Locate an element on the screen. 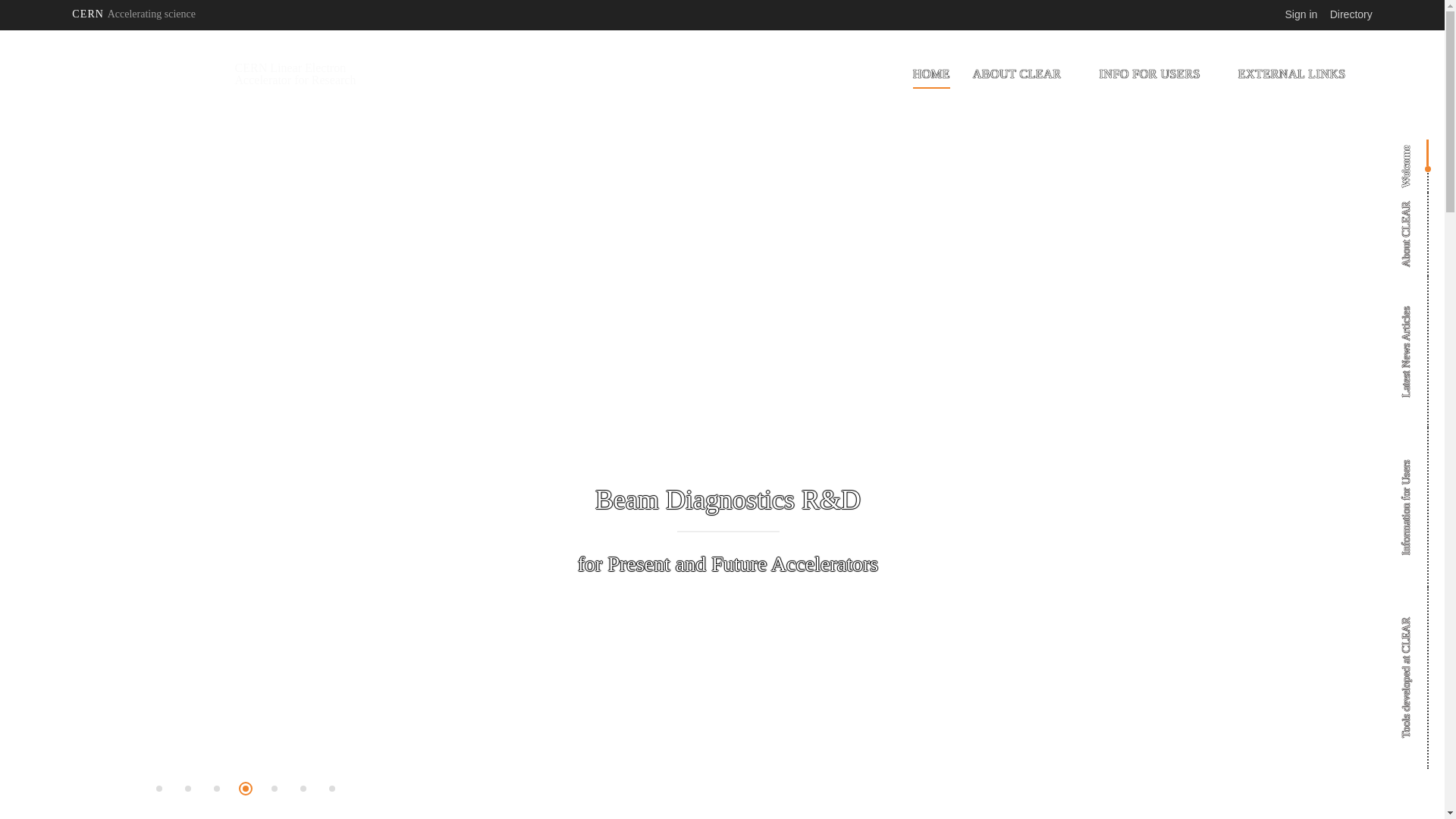 This screenshot has height=819, width=1456. 'Directory' is located at coordinates (1323, 14).